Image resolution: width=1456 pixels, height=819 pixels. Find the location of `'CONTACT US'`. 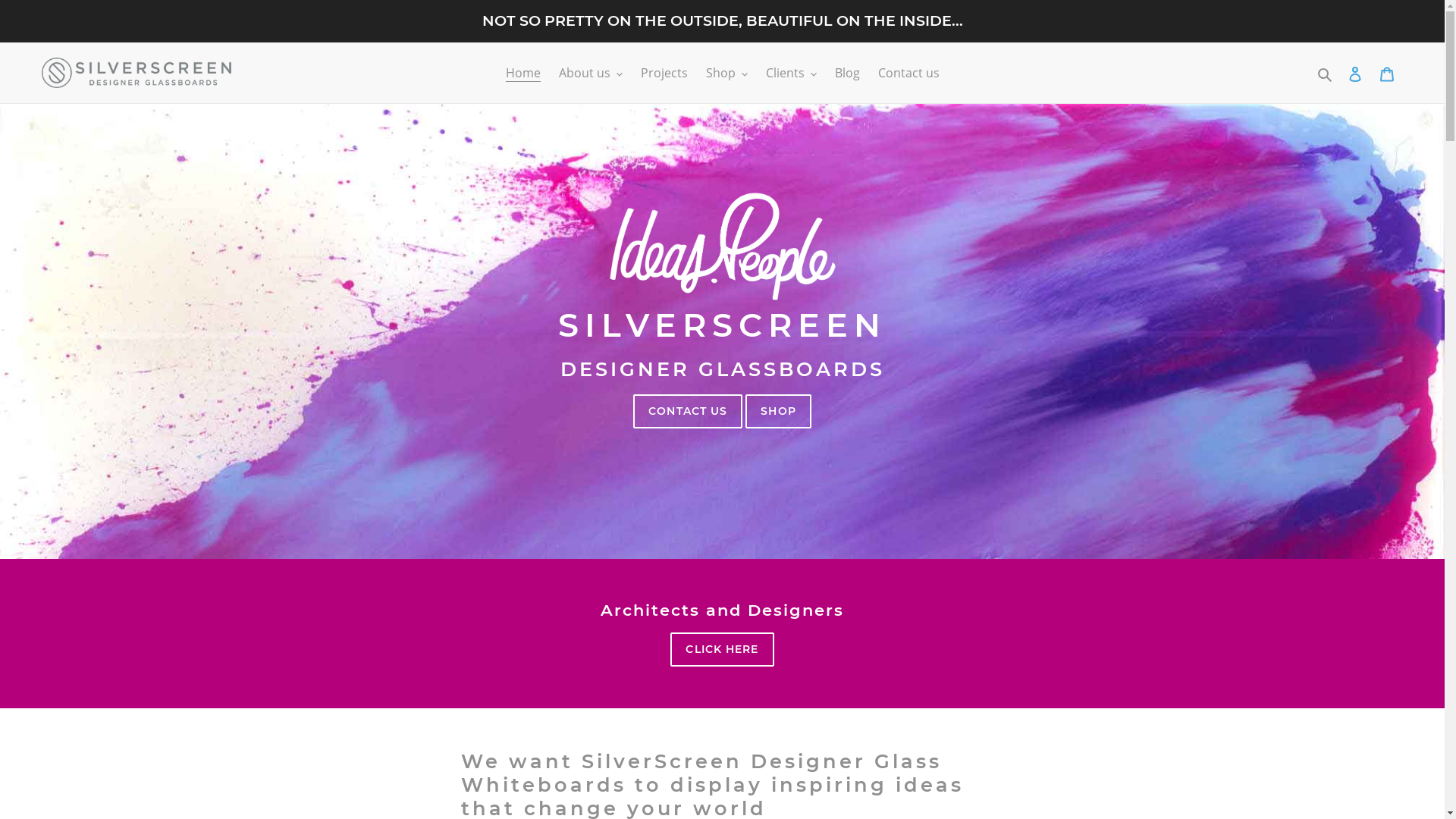

'CONTACT US' is located at coordinates (633, 411).